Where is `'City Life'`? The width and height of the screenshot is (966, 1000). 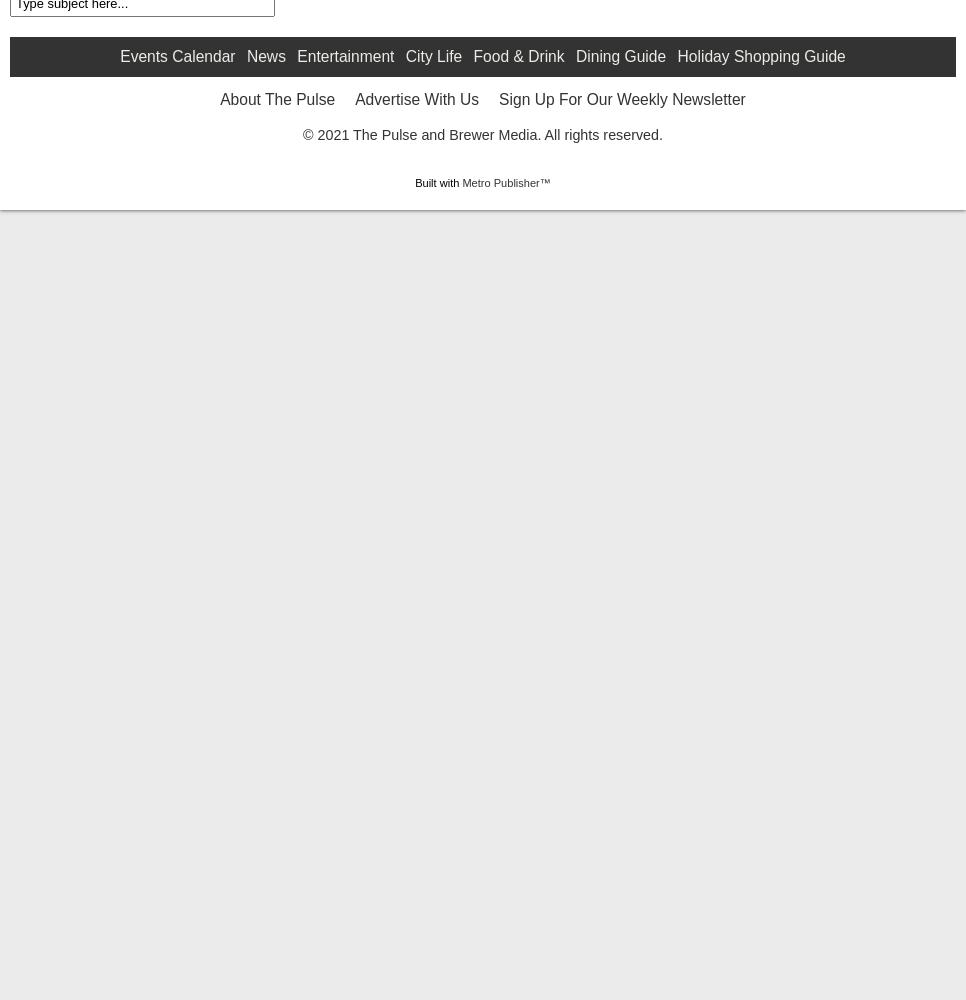 'City Life' is located at coordinates (432, 213).